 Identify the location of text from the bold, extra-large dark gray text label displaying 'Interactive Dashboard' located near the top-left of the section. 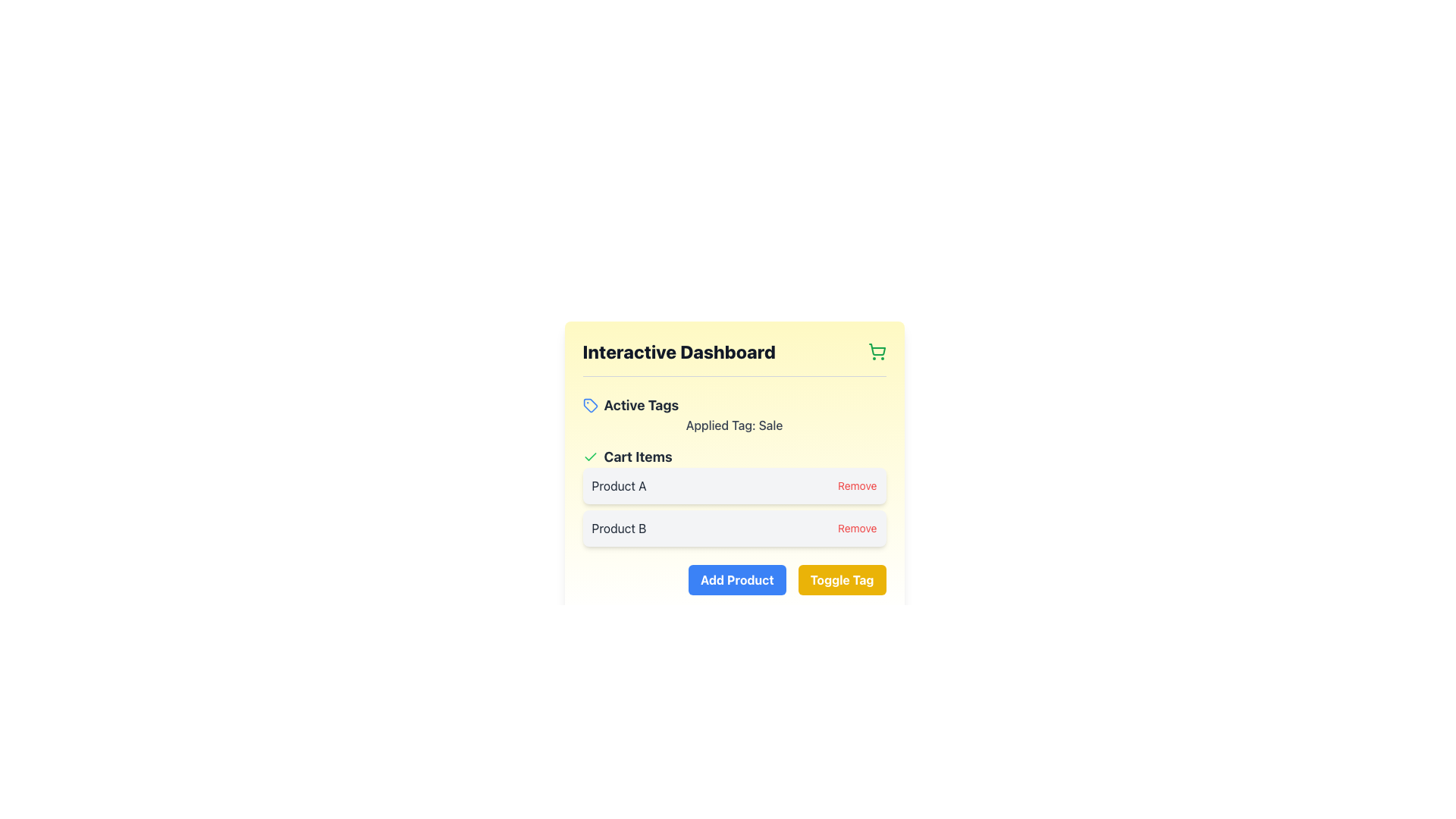
(678, 351).